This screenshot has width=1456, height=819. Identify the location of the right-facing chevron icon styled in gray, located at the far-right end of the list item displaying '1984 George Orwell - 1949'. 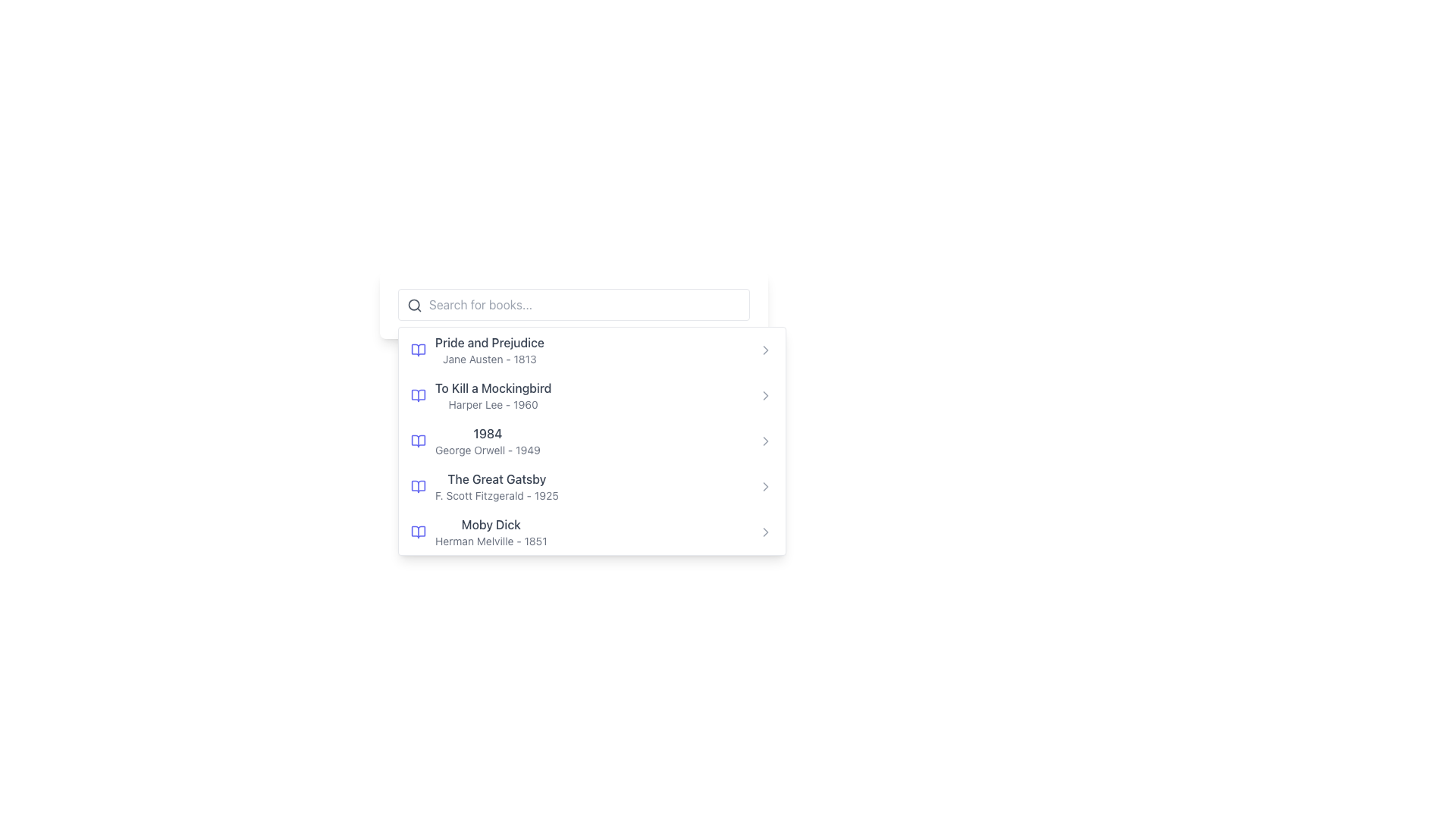
(765, 441).